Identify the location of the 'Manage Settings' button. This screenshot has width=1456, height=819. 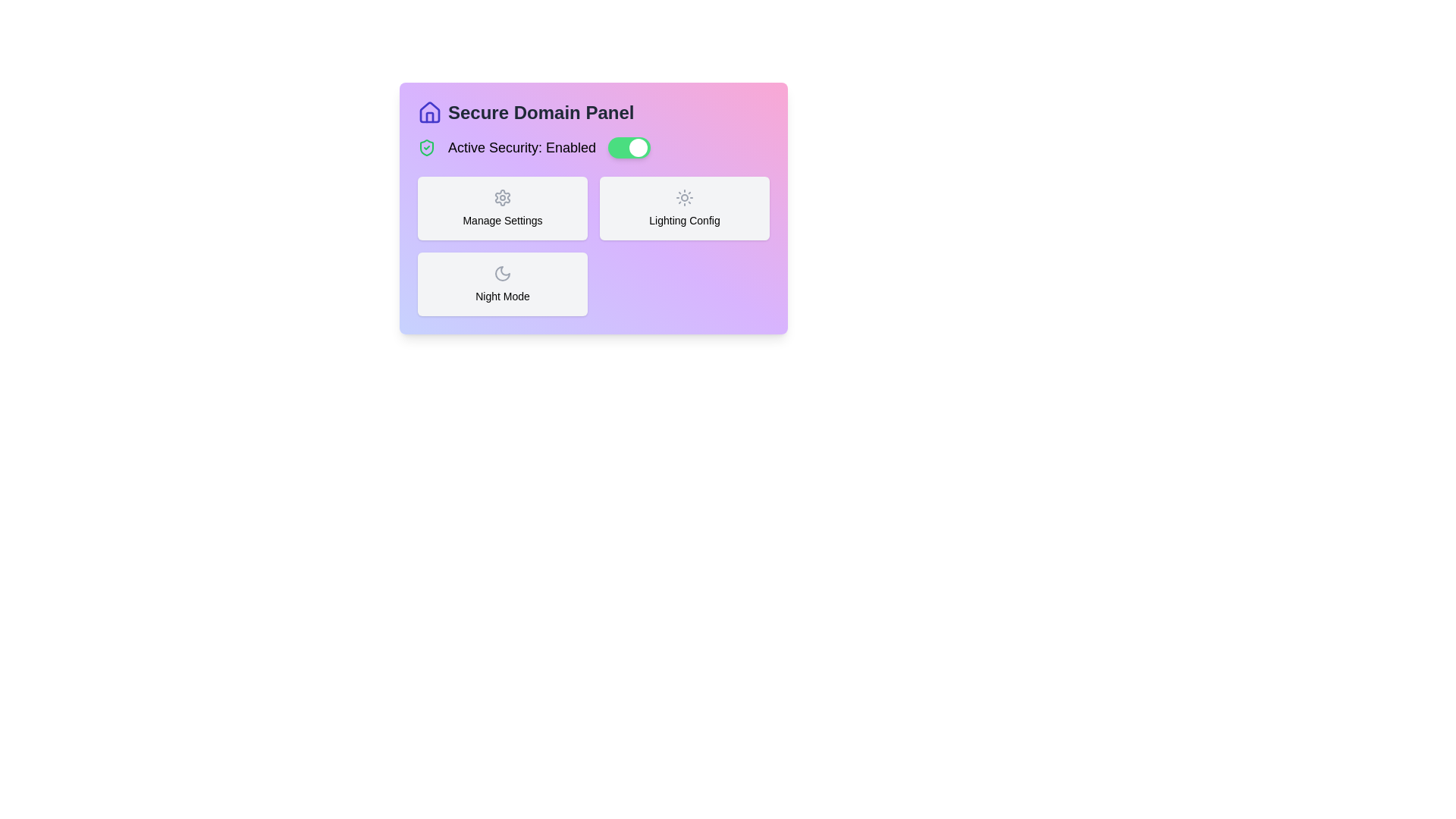
(502, 208).